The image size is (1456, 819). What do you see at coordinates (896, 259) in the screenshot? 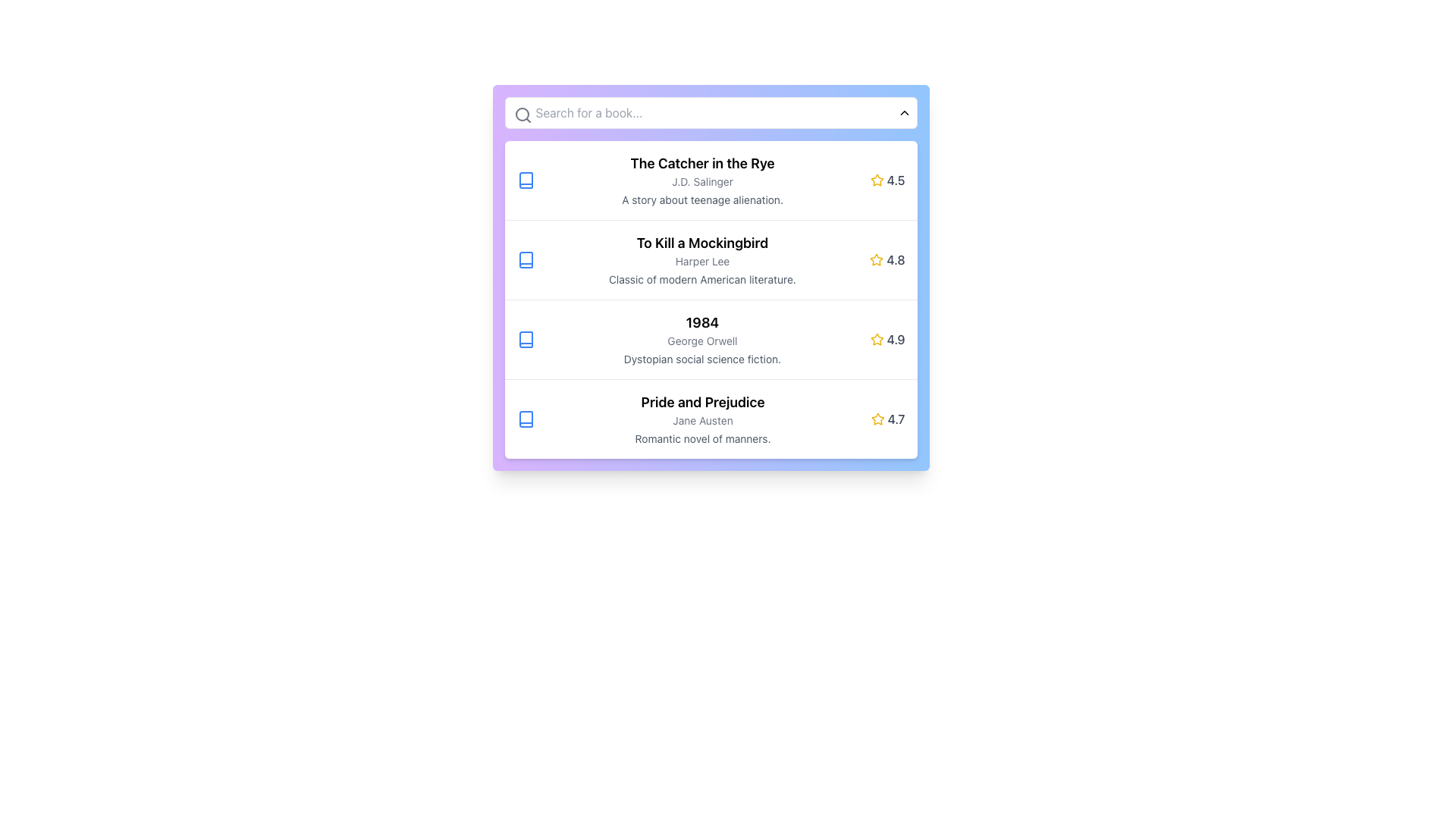
I see `the text label displaying the rating value '4.8' that is styled with a medium-weight font in dark gray color, located to the right of a yellow star icon in the second row of a book list` at bounding box center [896, 259].